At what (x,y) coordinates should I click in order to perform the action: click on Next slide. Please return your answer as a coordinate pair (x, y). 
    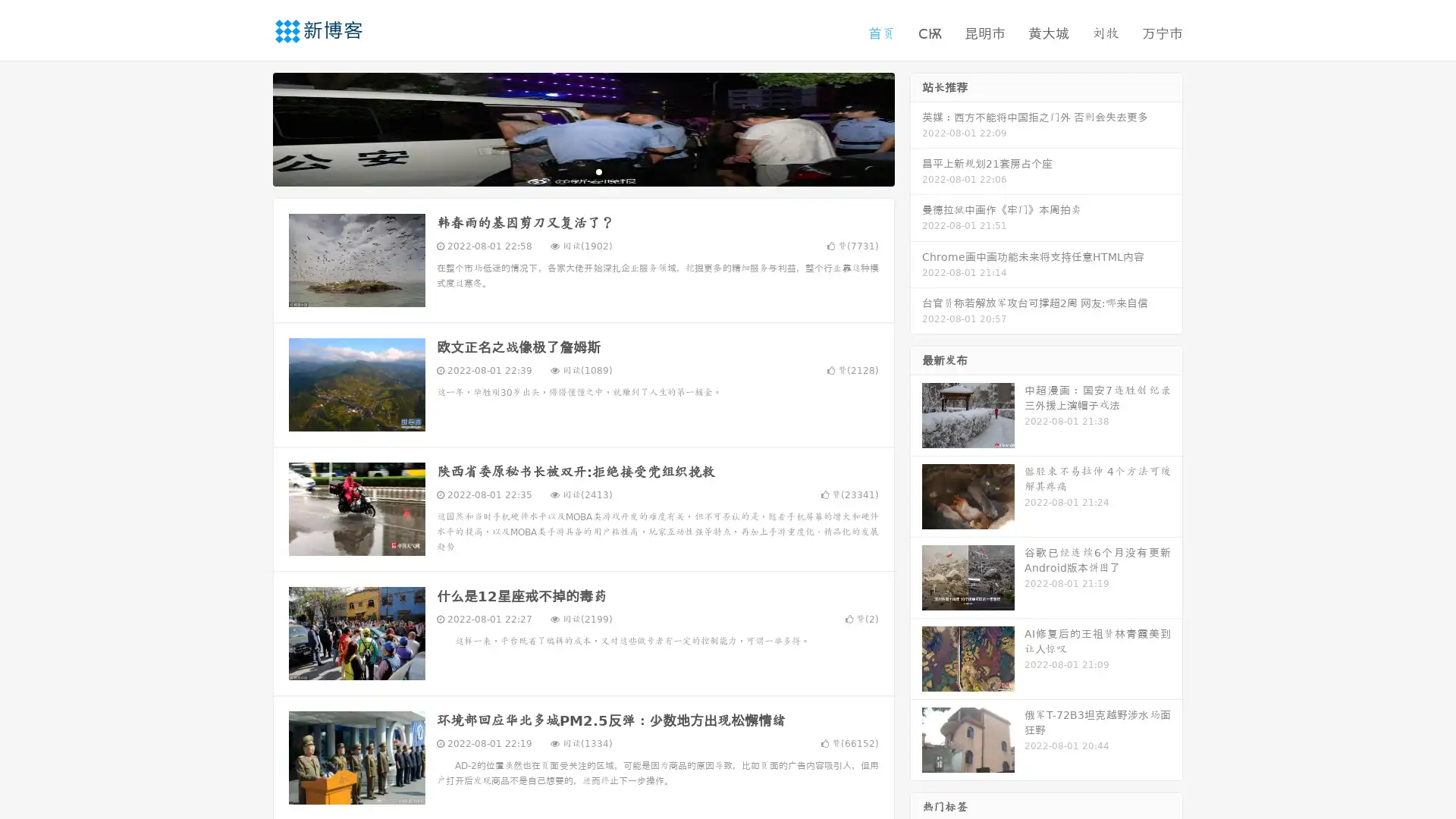
    Looking at the image, I should click on (916, 127).